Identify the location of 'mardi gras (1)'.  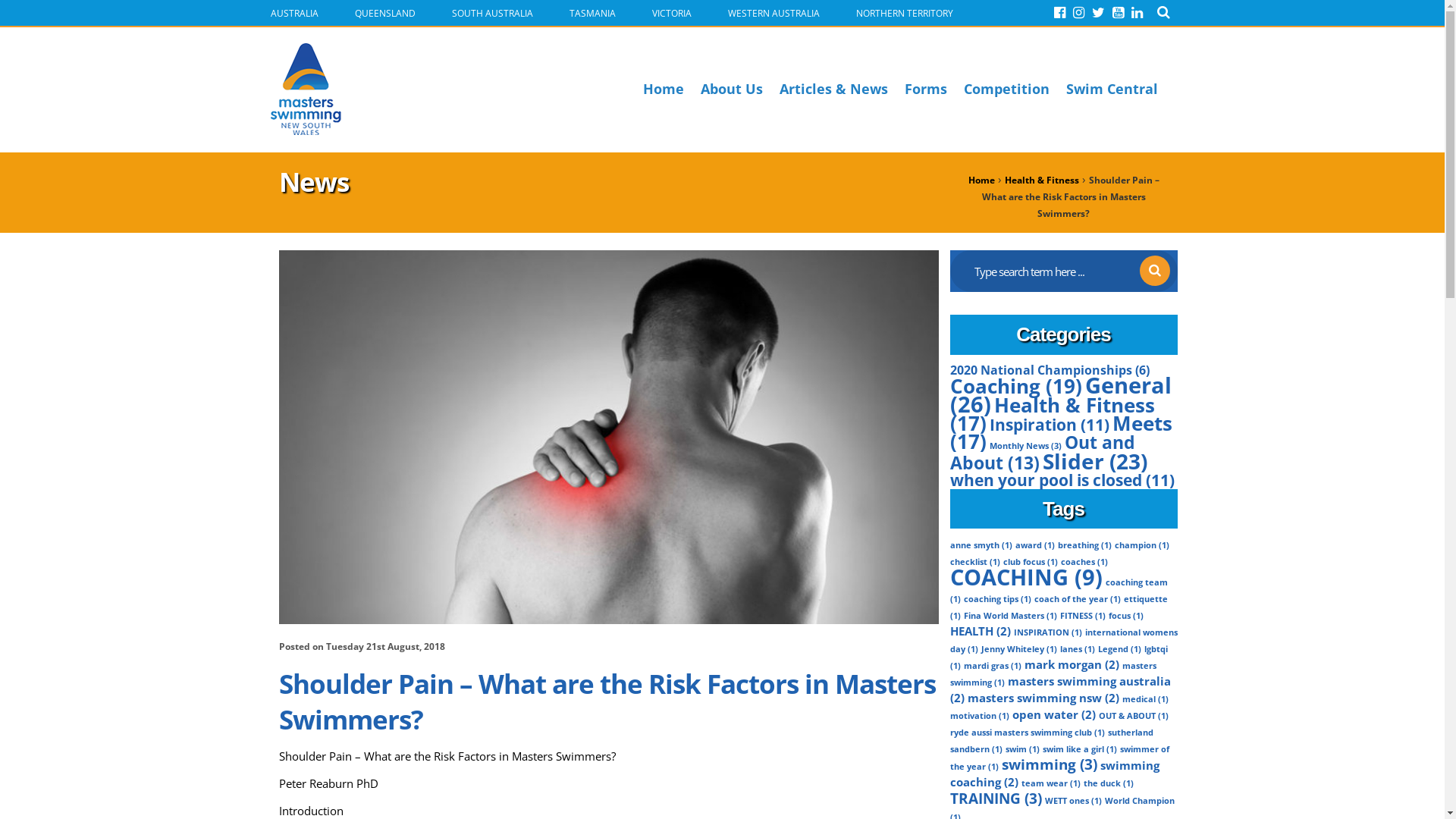
(992, 665).